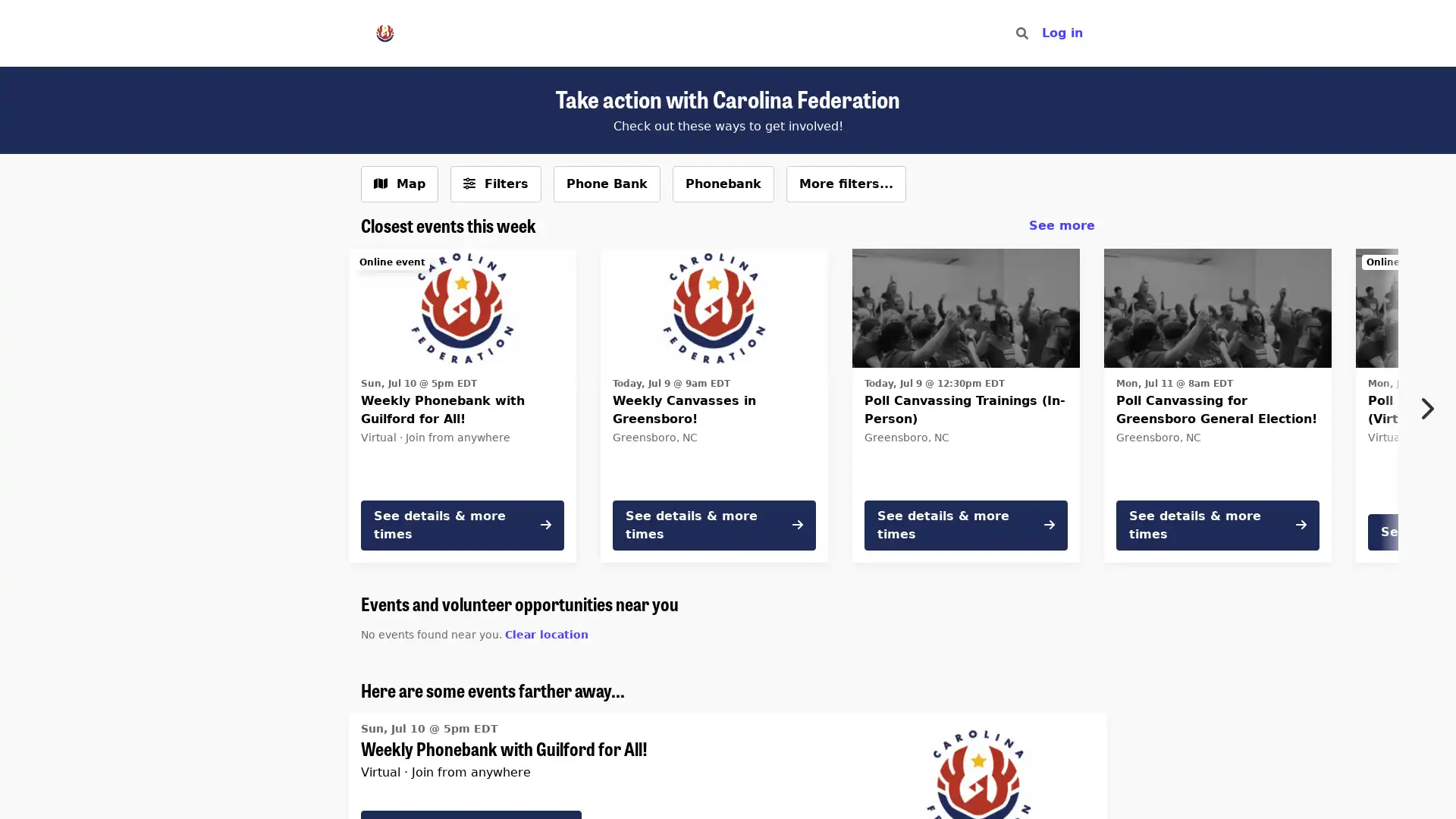 This screenshot has height=819, width=1456. What do you see at coordinates (846, 184) in the screenshot?
I see `More filters...` at bounding box center [846, 184].